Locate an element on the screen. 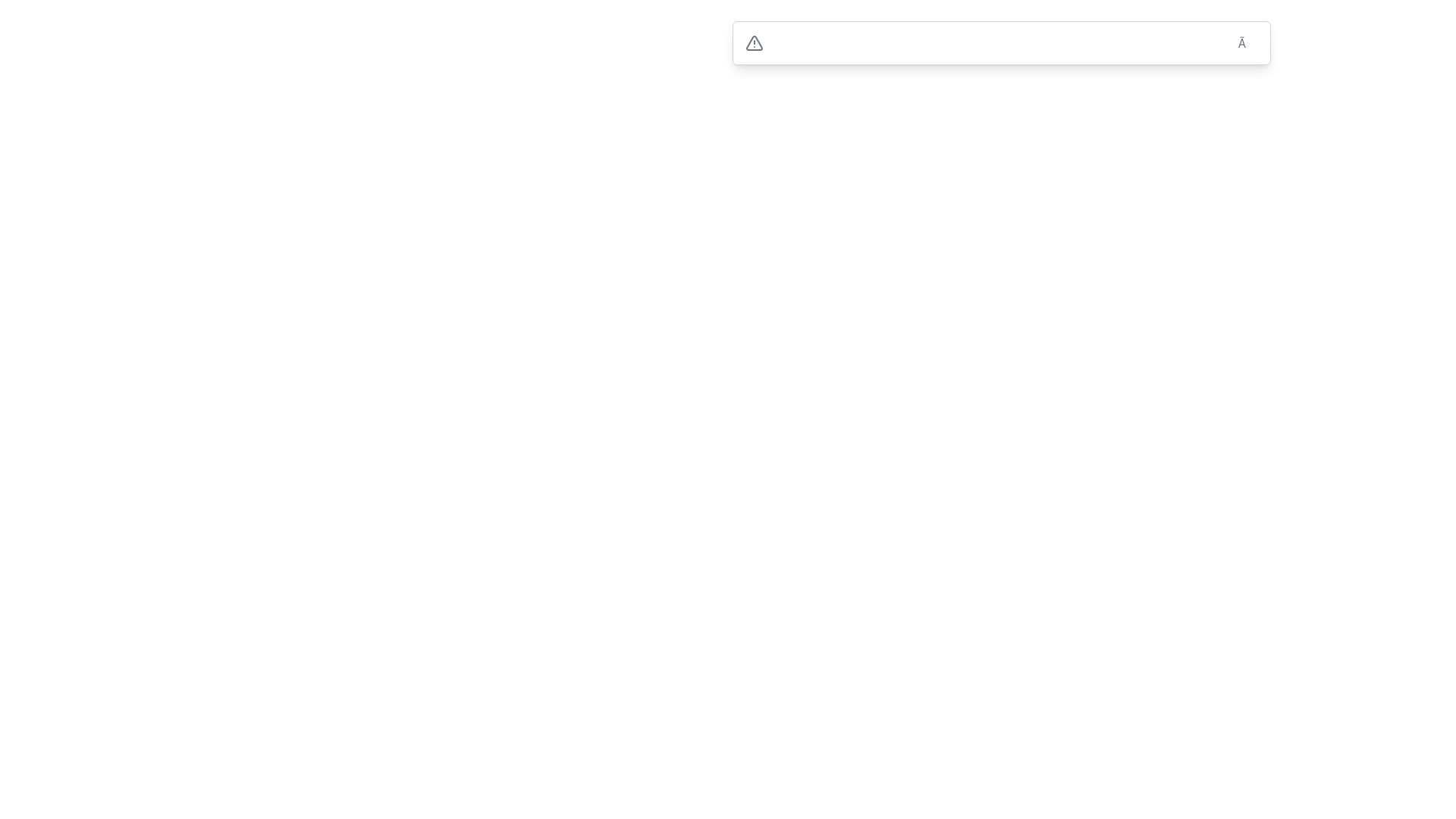 The image size is (1456, 819). the close button located in the upper-right corner of the alert box is located at coordinates (1247, 42).